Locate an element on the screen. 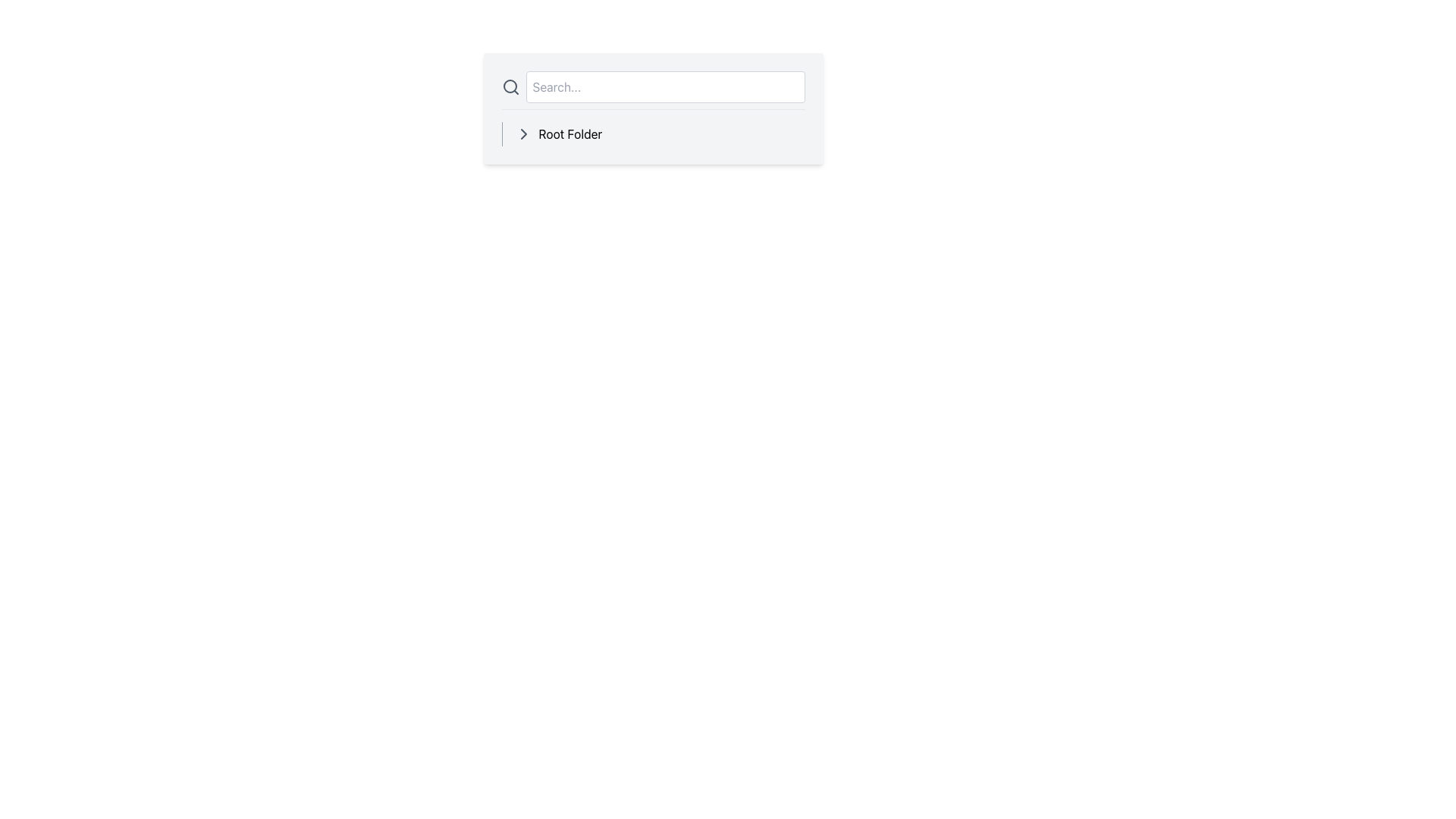 This screenshot has height=819, width=1456. the circle element of the magnifying glass icon, which serves as a visual indicator for search functionality, located within the SVG component of the Search panel is located at coordinates (510, 86).